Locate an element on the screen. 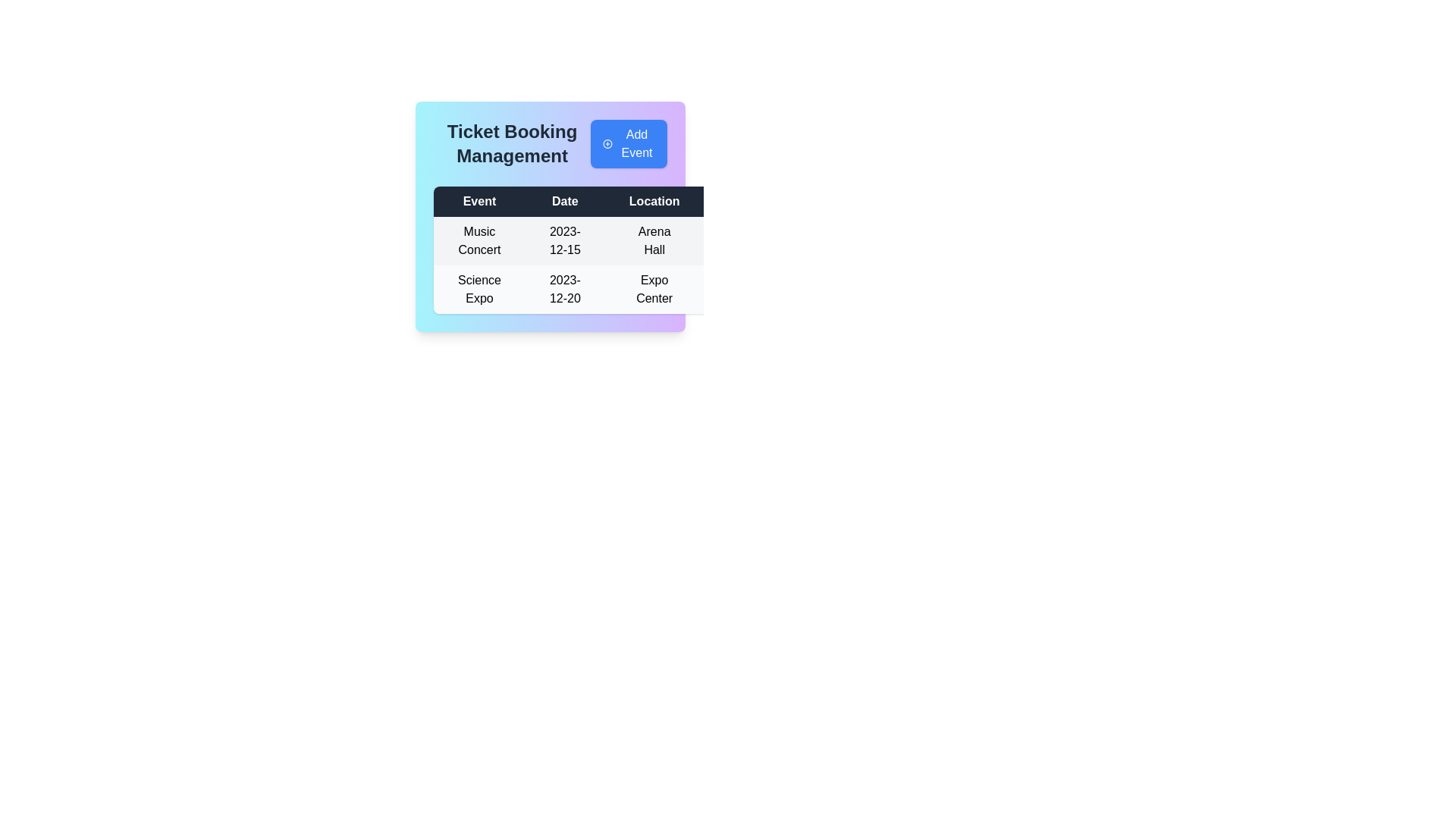  the 'Date' text label, which serves as a header indicating the dates associated with events, located between 'Event' and 'Location' is located at coordinates (564, 201).